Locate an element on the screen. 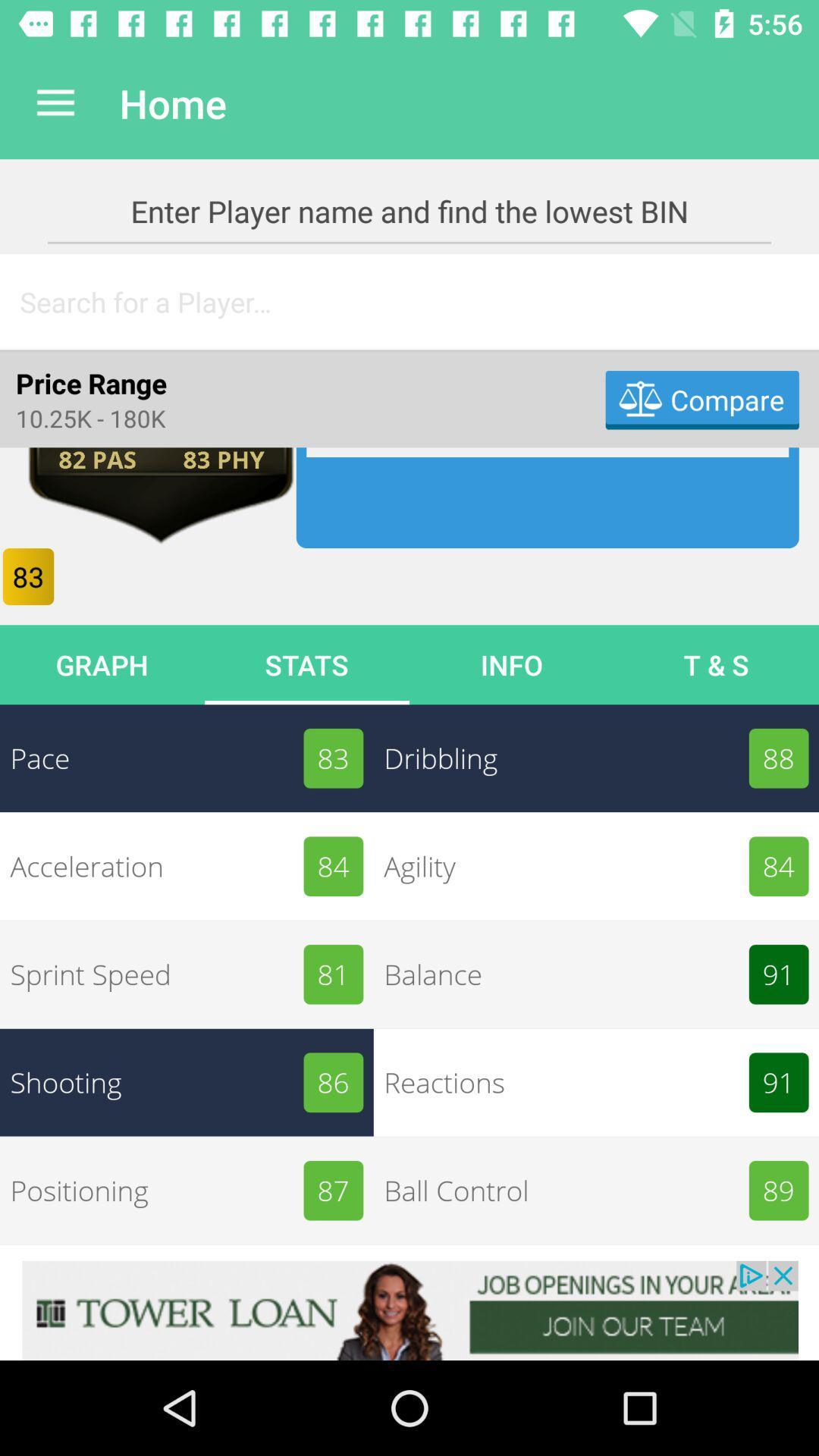 This screenshot has height=1456, width=819. searching for someone is located at coordinates (409, 302).